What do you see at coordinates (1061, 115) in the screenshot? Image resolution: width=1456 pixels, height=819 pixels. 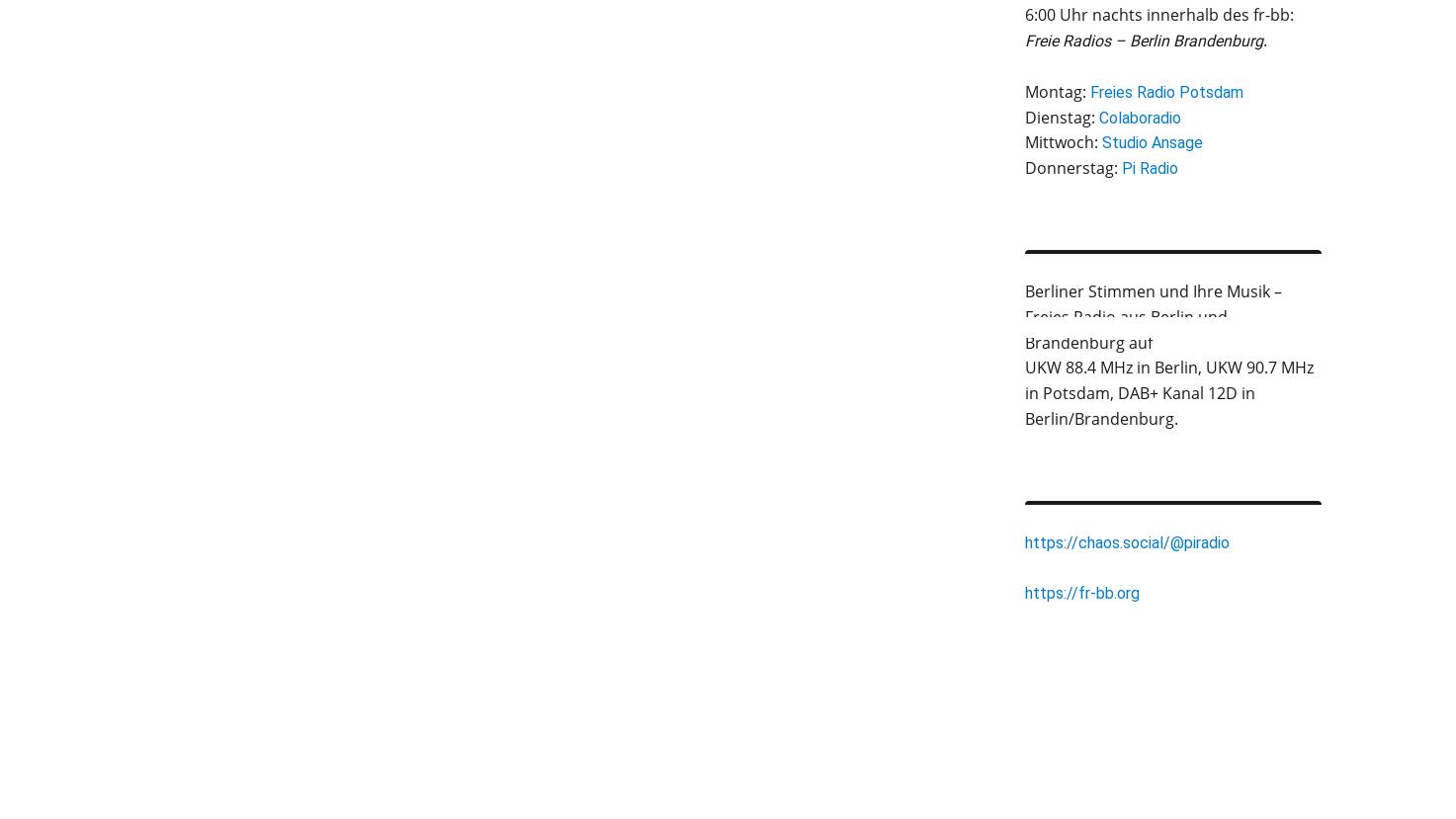 I see `'Dienstag:'` at bounding box center [1061, 115].